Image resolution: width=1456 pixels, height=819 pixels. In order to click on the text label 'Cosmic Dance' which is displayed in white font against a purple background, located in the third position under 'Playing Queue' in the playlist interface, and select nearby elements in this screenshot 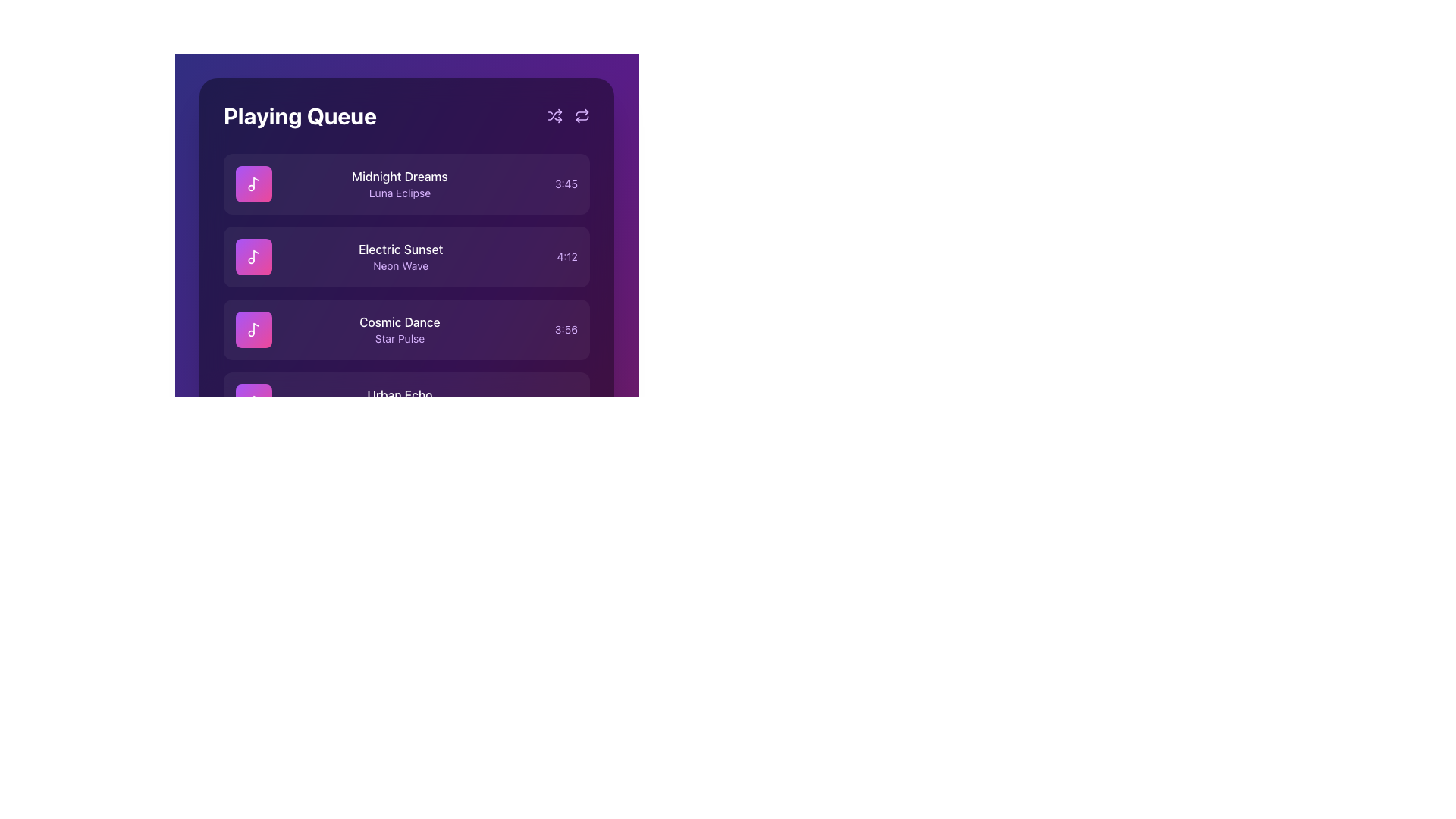, I will do `click(400, 321)`.